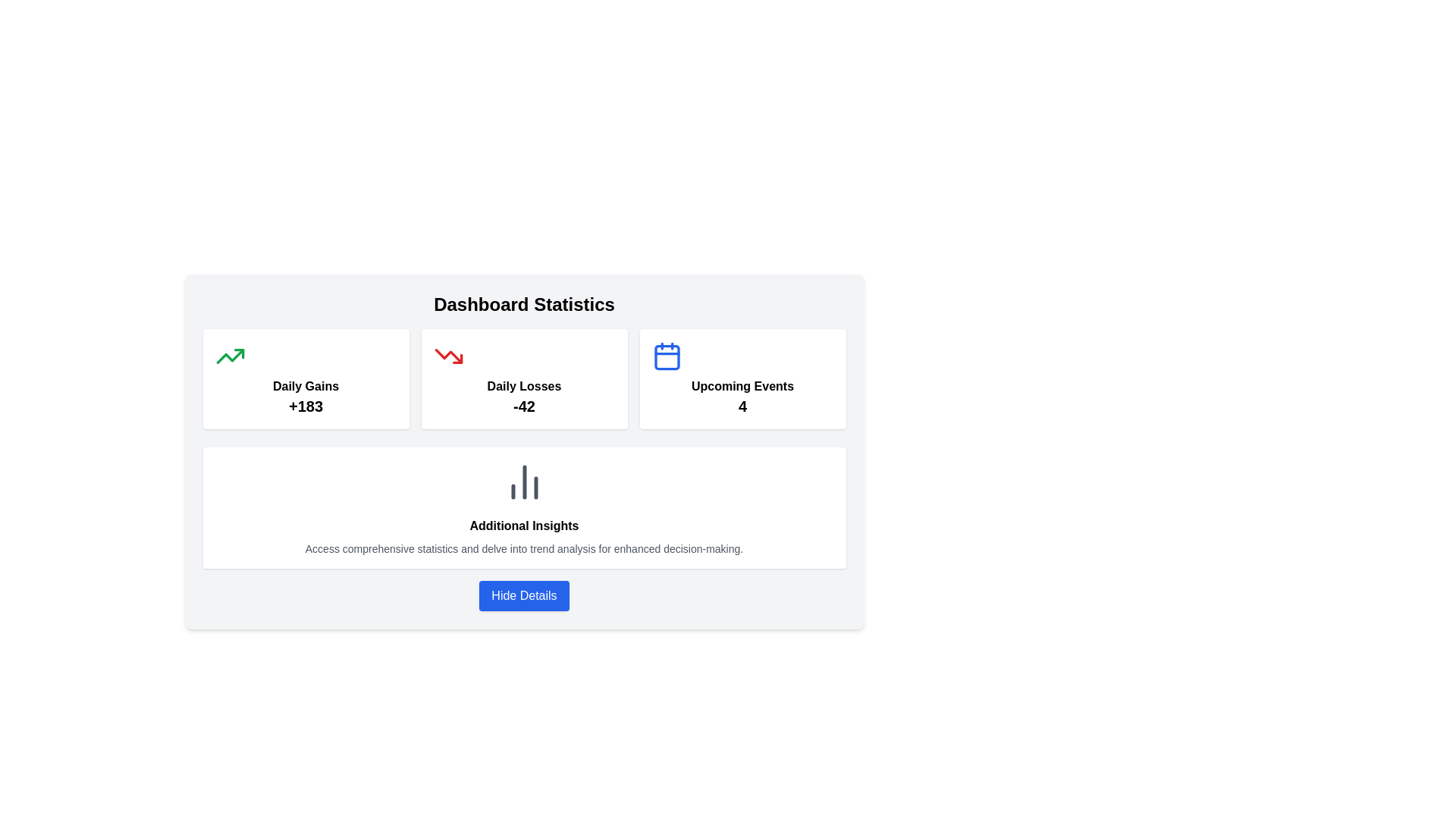 This screenshot has width=1456, height=819. What do you see at coordinates (447, 356) in the screenshot?
I see `the SVG graphical icon representing a trend of decrease located in the second card of the dashboard statistics section, to the left of 'Daily Losses' and above the value '-42'` at bounding box center [447, 356].